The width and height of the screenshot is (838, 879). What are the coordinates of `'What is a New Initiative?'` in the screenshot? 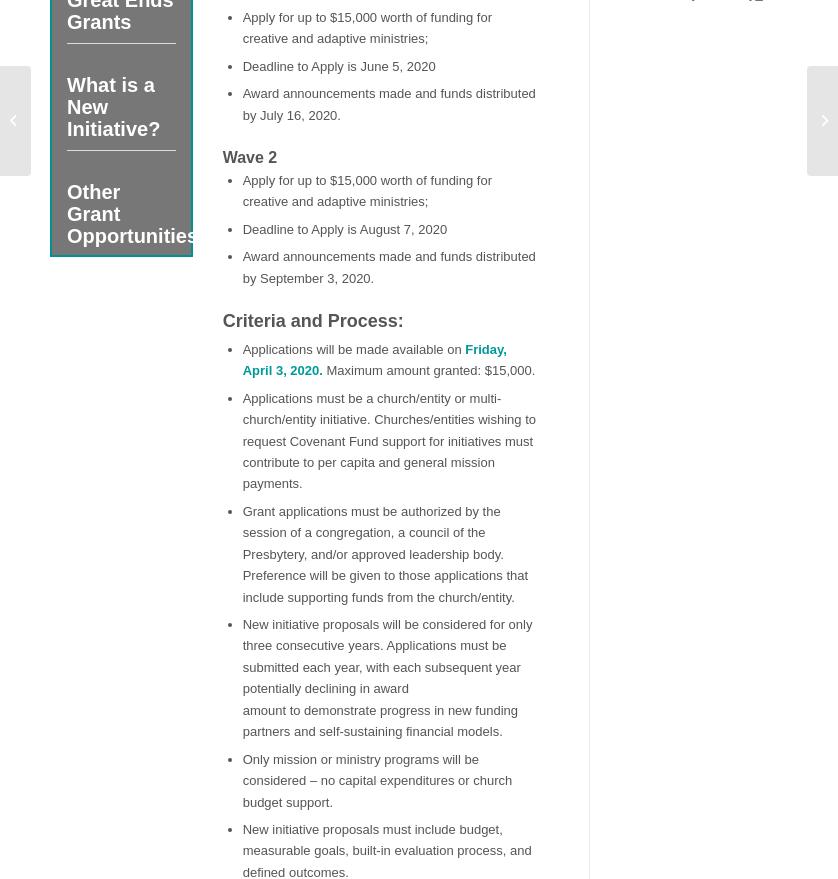 It's located at (113, 105).